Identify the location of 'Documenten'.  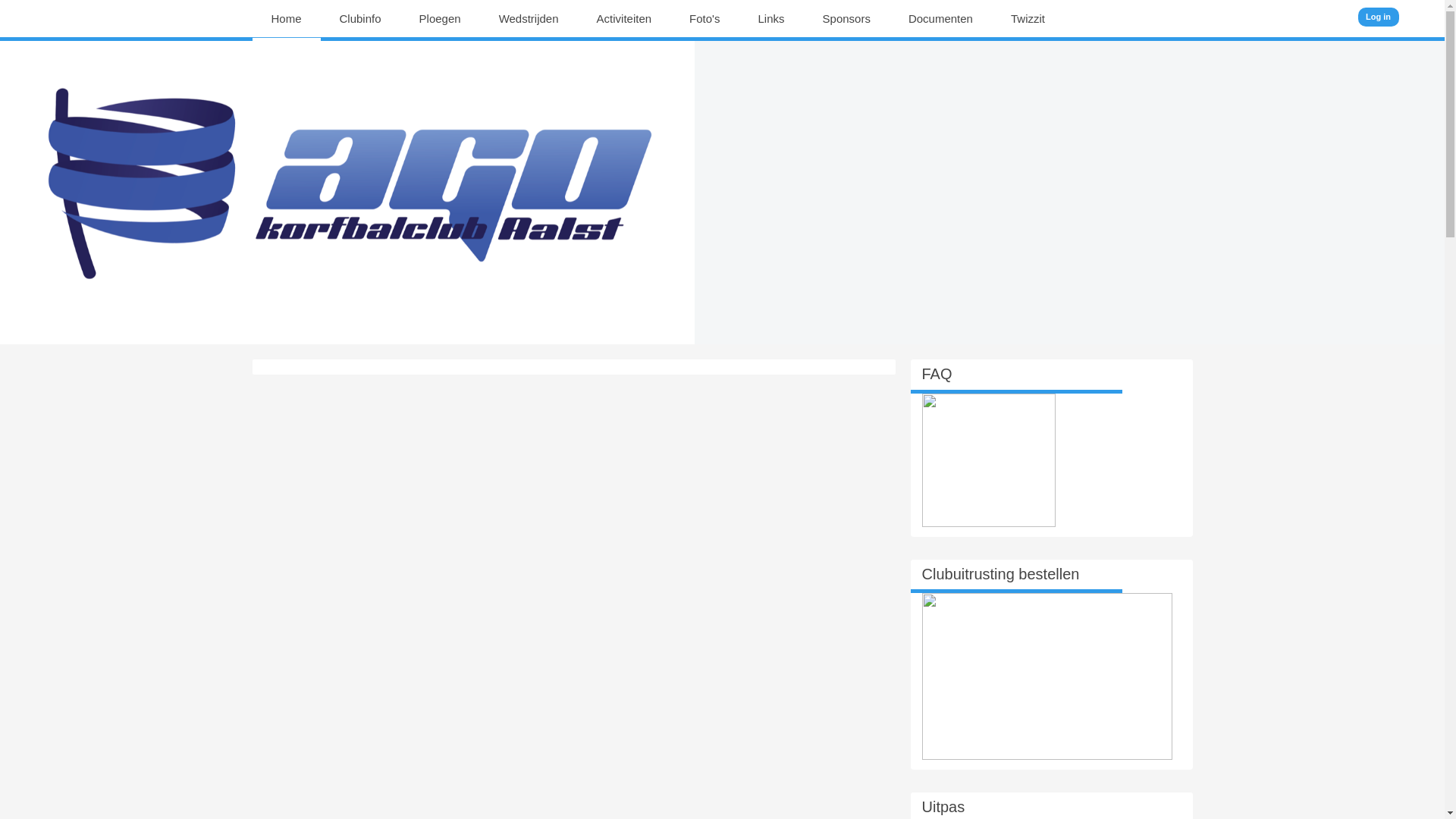
(908, 18).